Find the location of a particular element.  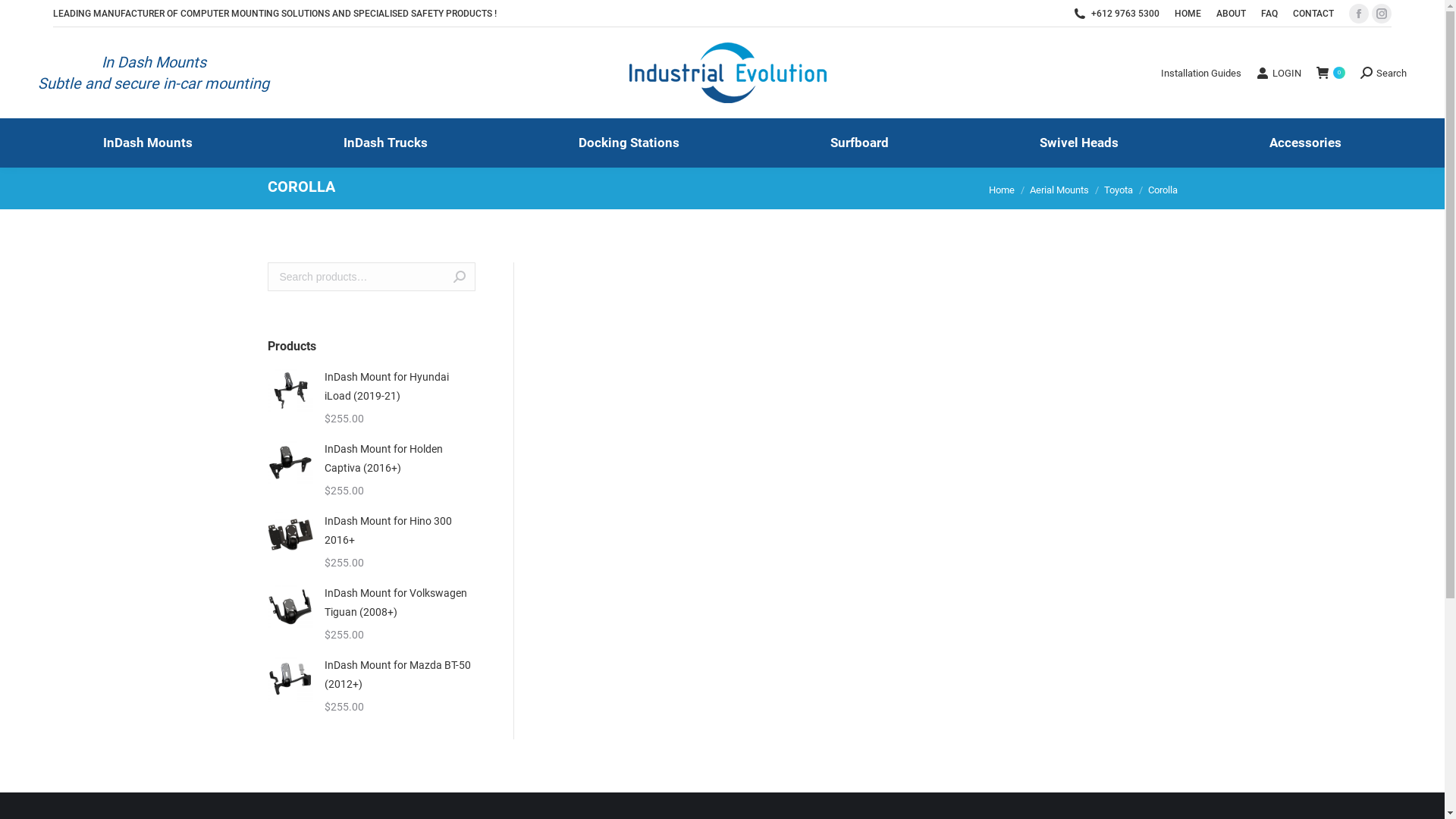

'FAQ' is located at coordinates (1269, 14).